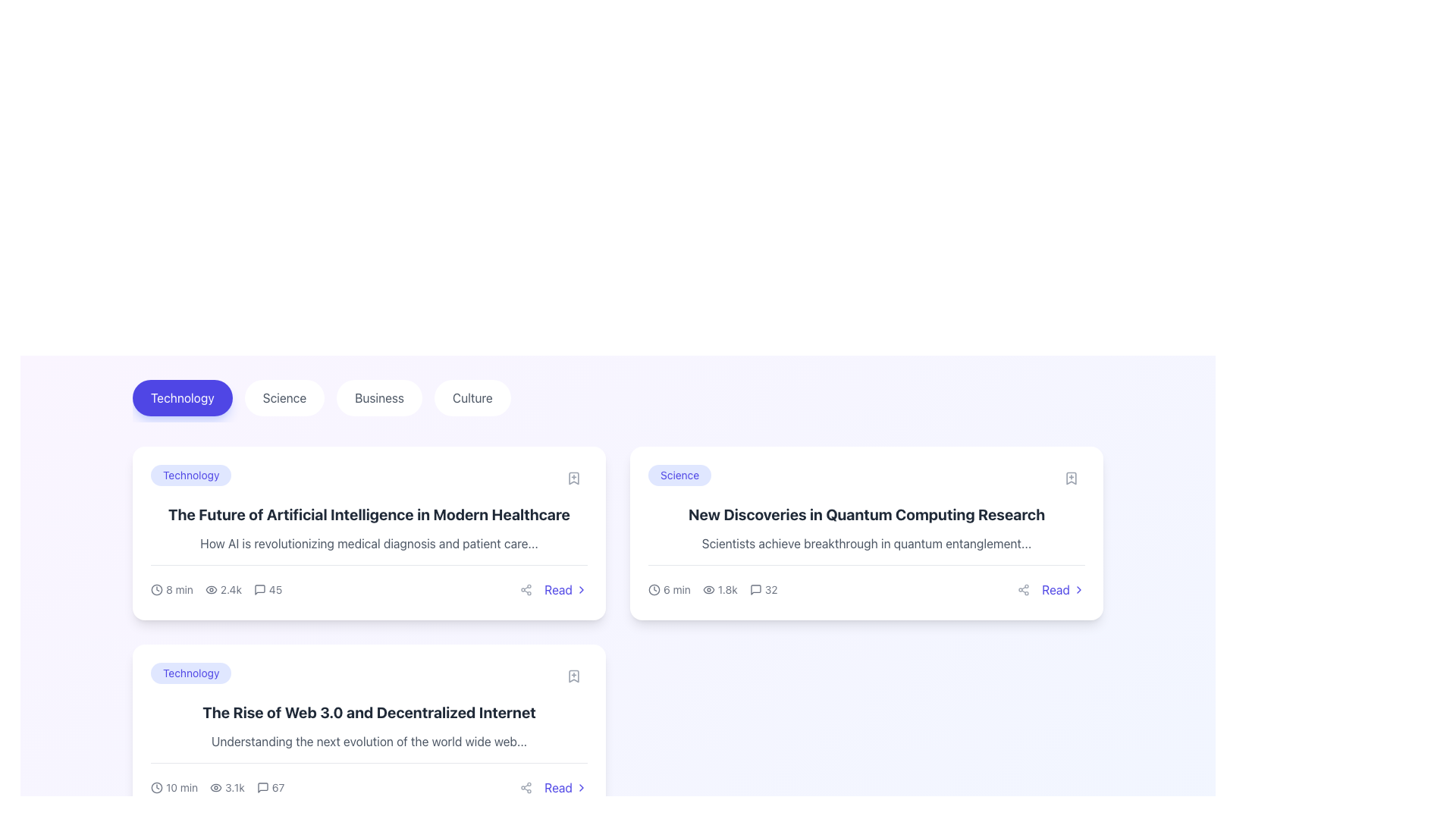 This screenshot has height=819, width=1456. Describe the element at coordinates (369, 513) in the screenshot. I see `headline text of the hyperlink styled header titled 'The Future of Artificial Intelligence in Modern Healthcare' located in the upper section of the first card under the 'Technology' category` at that location.